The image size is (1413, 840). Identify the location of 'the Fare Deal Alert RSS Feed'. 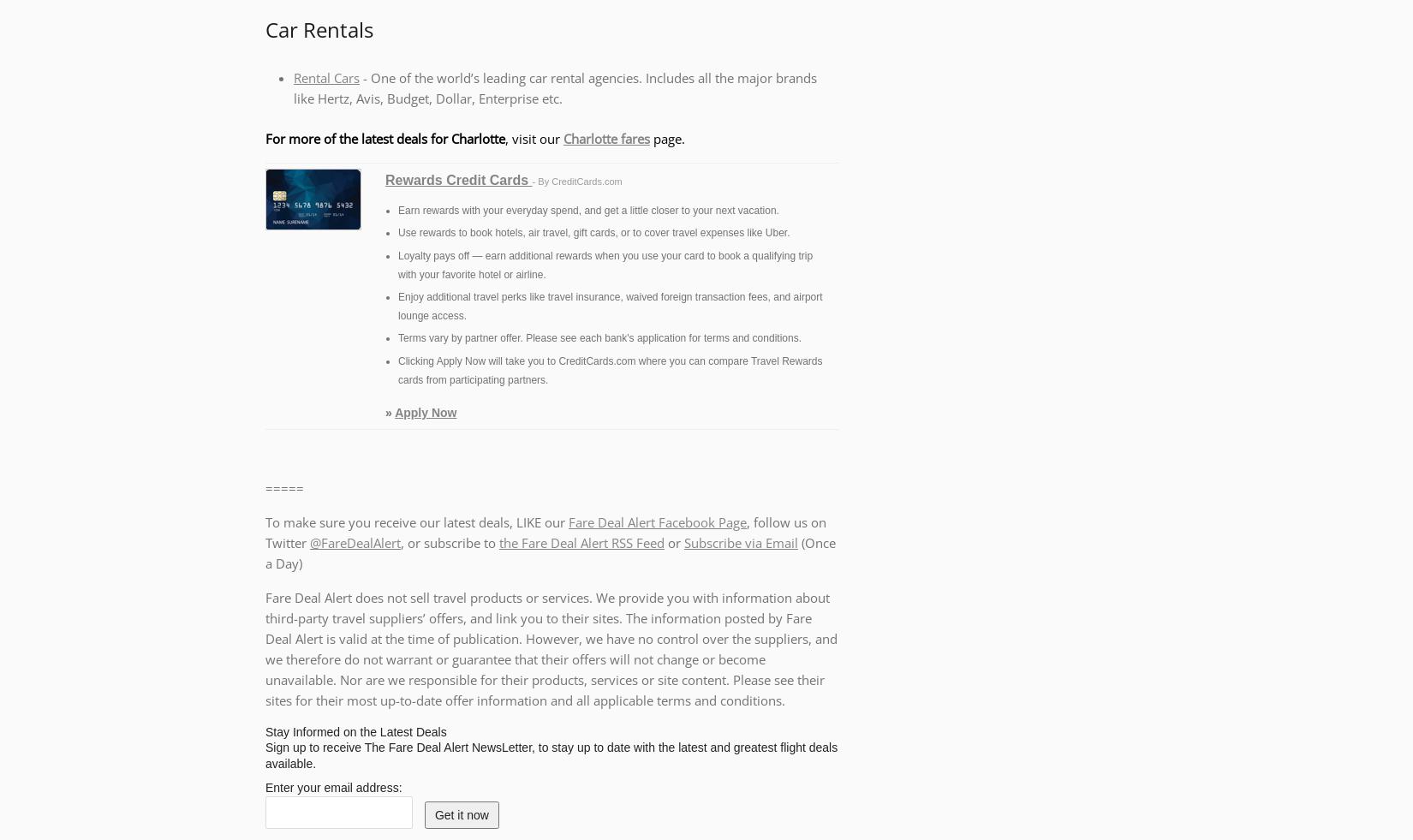
(581, 543).